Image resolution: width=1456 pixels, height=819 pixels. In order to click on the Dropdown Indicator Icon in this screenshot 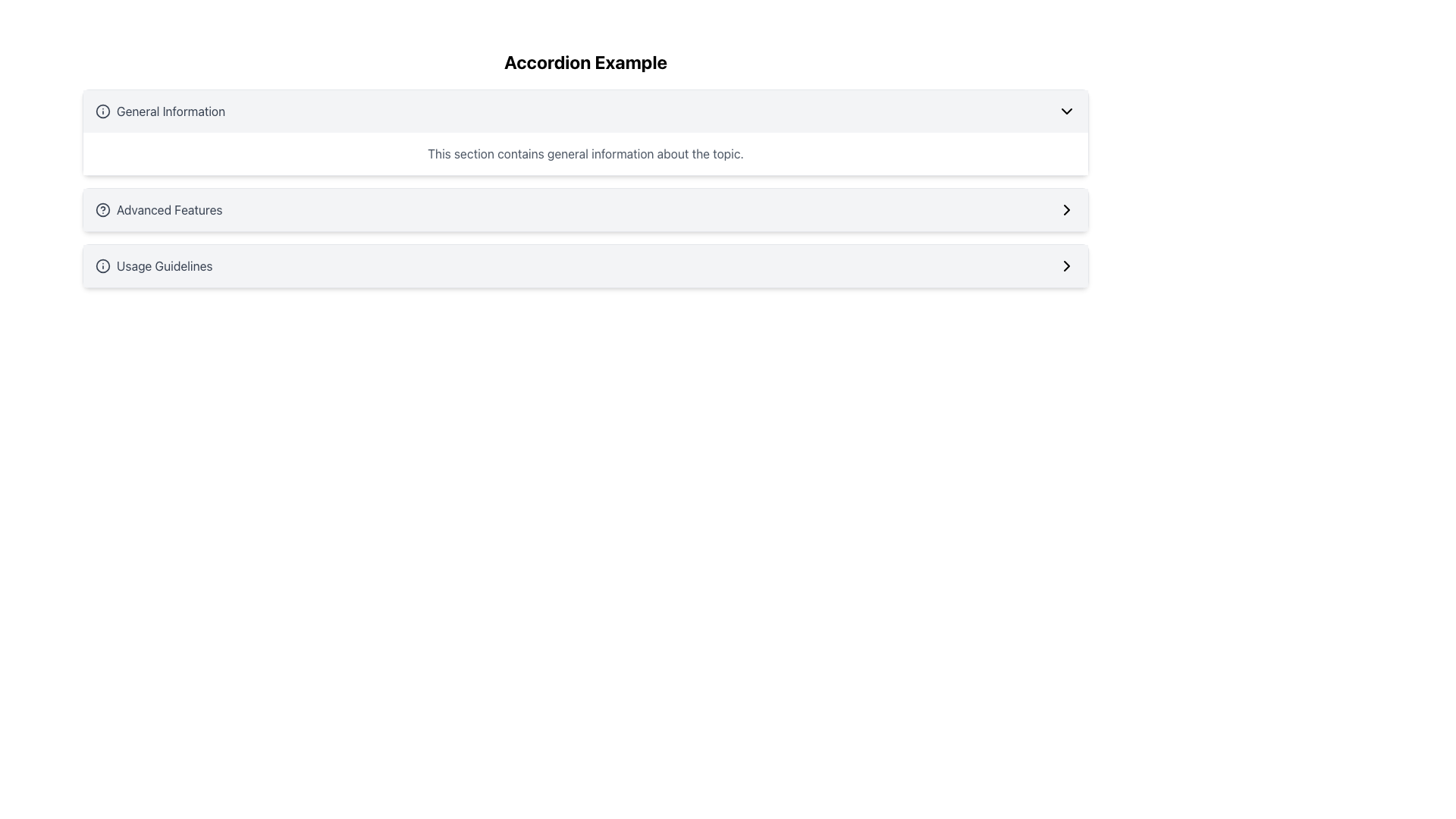, I will do `click(1065, 110)`.